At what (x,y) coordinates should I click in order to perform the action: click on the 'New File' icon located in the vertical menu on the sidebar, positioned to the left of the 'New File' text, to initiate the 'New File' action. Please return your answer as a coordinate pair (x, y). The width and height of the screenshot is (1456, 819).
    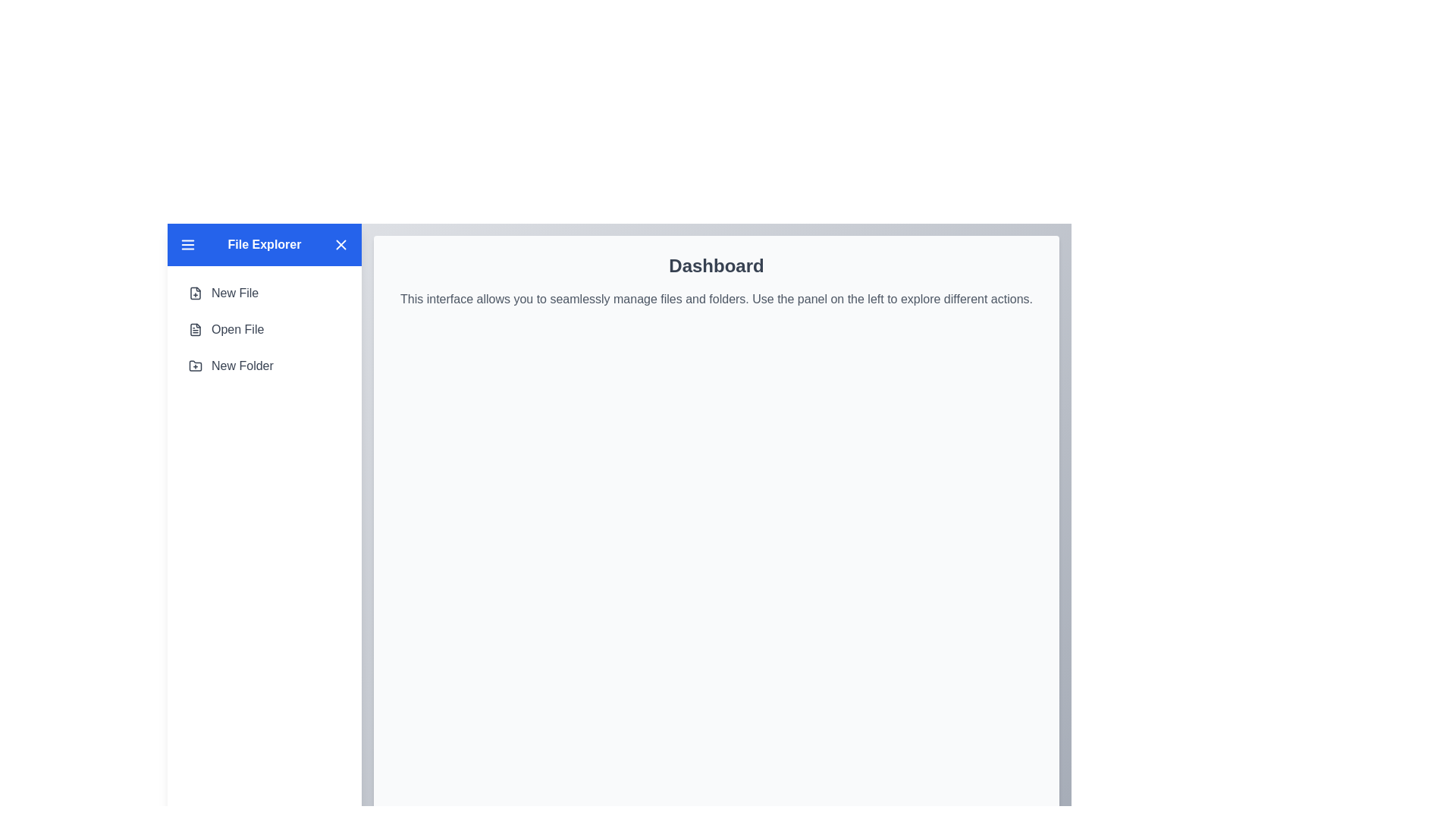
    Looking at the image, I should click on (195, 293).